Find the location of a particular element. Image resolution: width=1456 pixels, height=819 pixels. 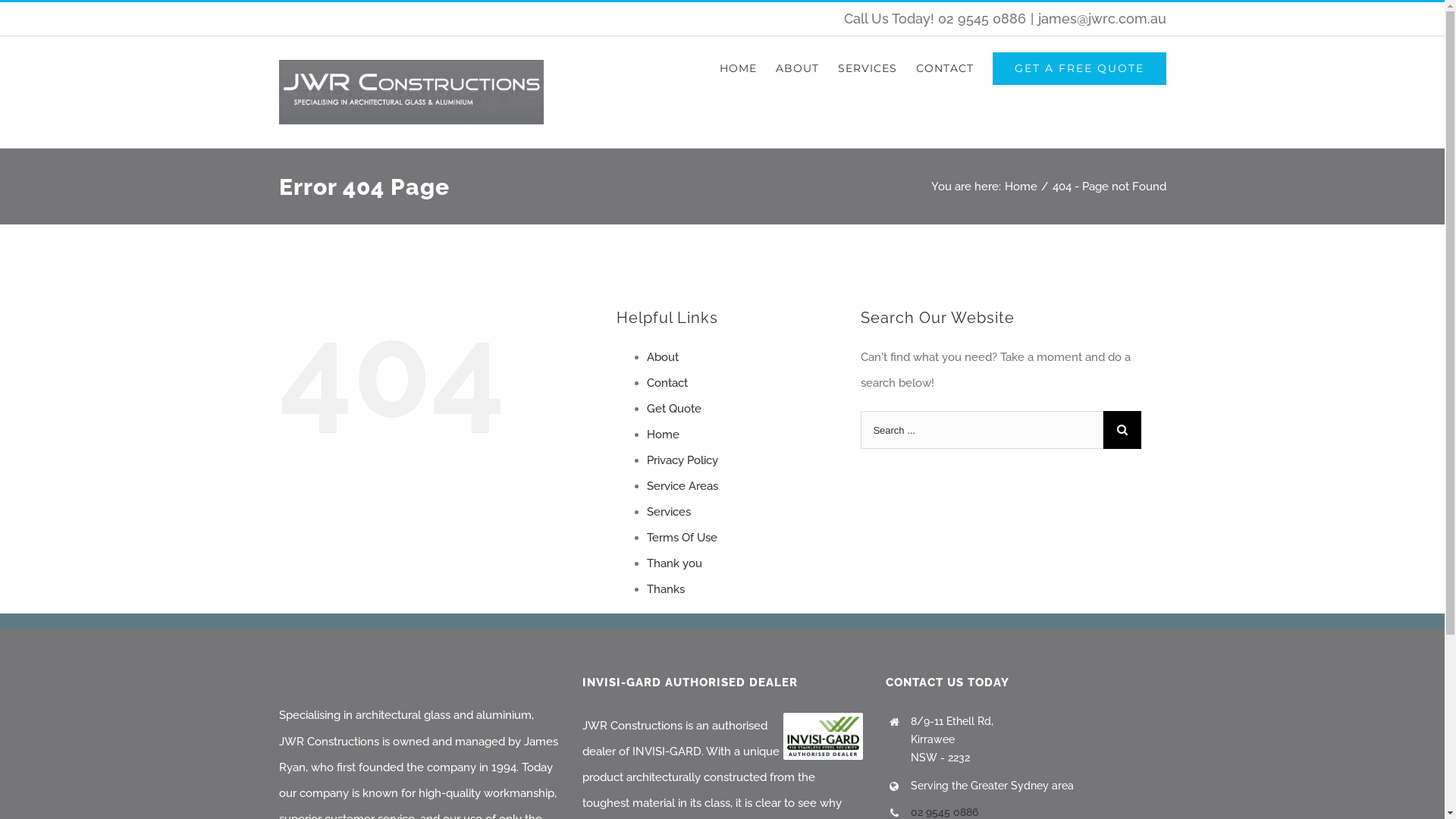

'Thanks' is located at coordinates (665, 588).